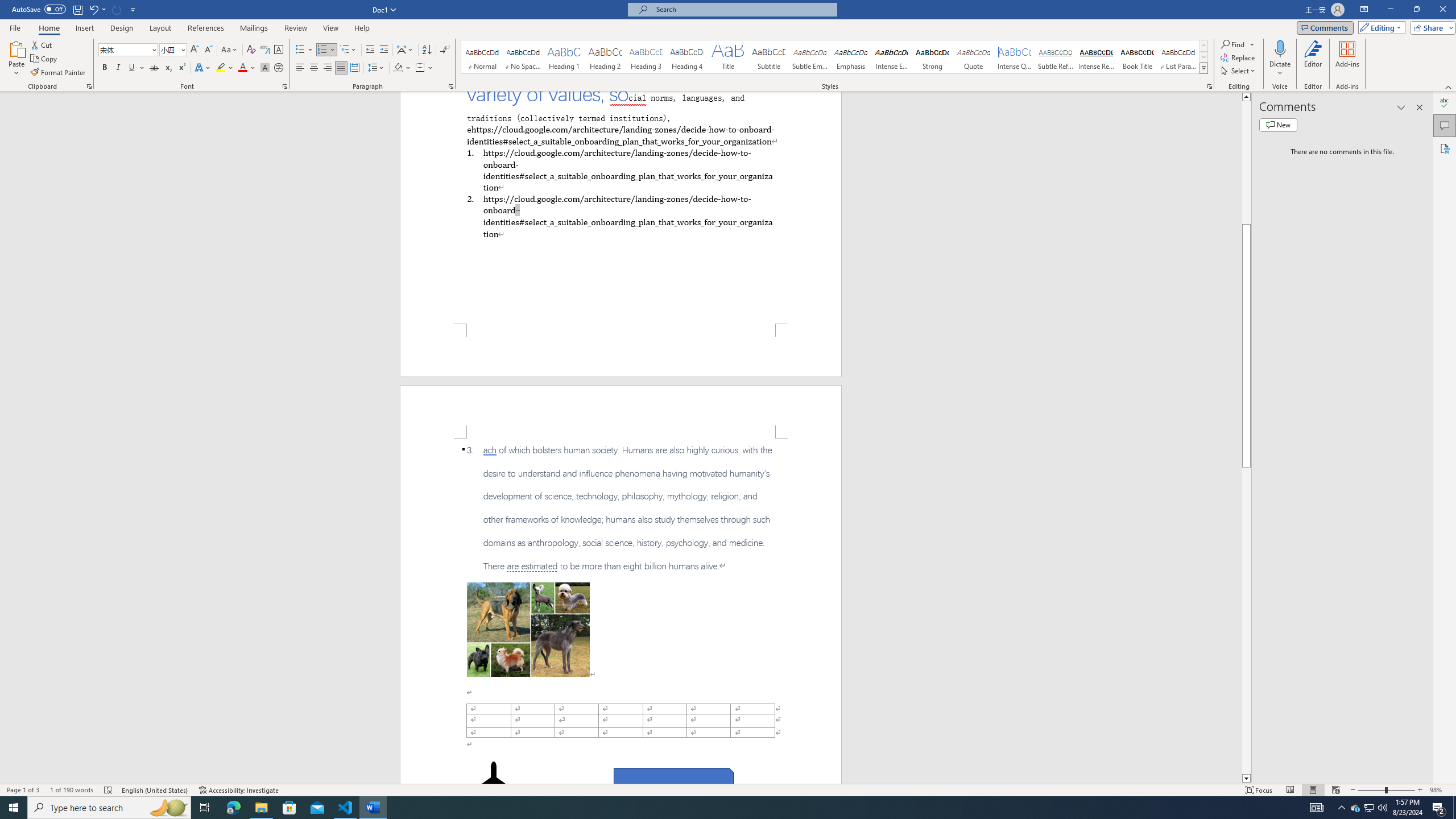 This screenshot has width=1456, height=819. I want to click on 'Font...', so click(285, 85).